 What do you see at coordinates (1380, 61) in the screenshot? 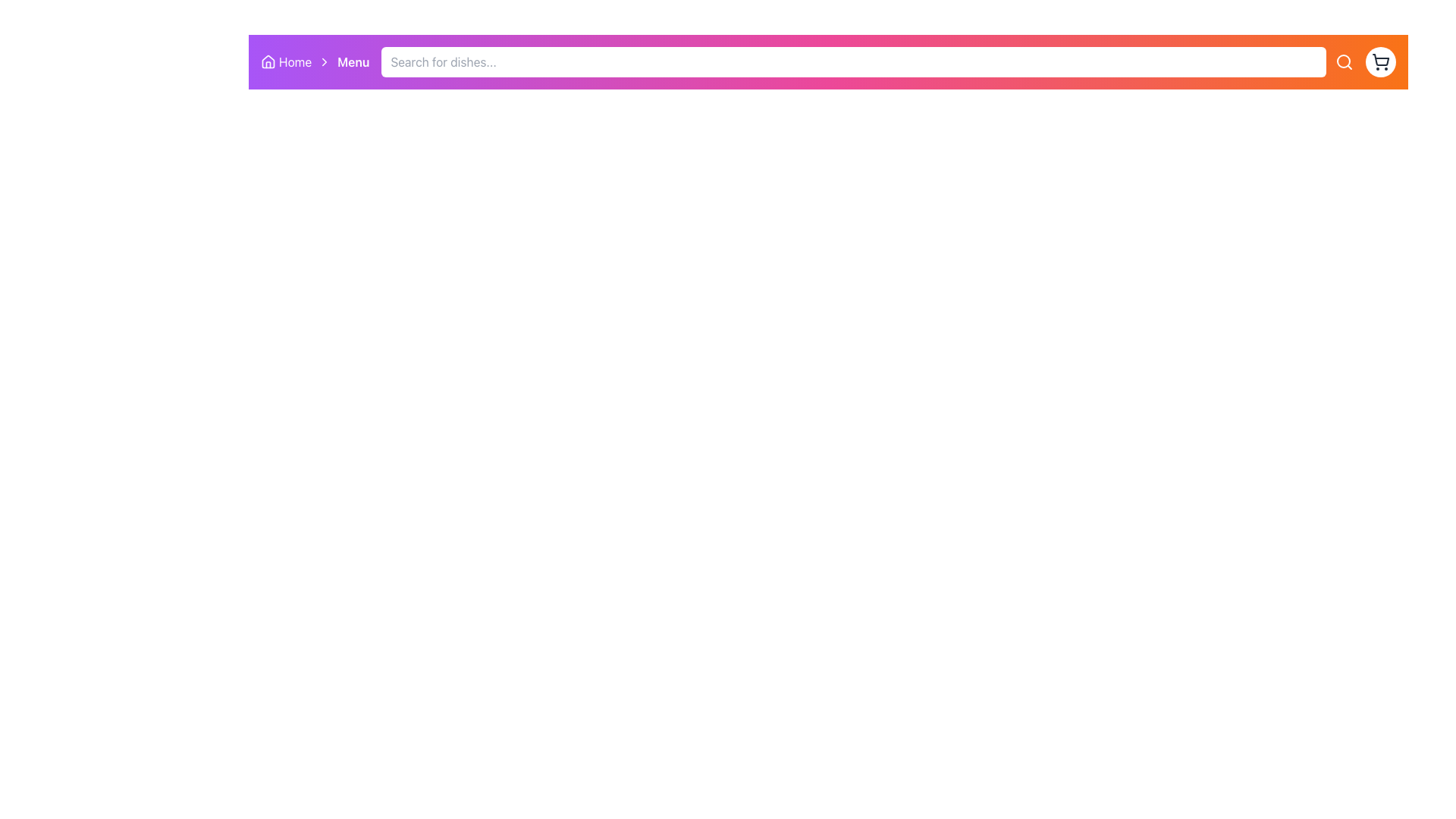
I see `the shopping cart button located at the far right of the header bar` at bounding box center [1380, 61].